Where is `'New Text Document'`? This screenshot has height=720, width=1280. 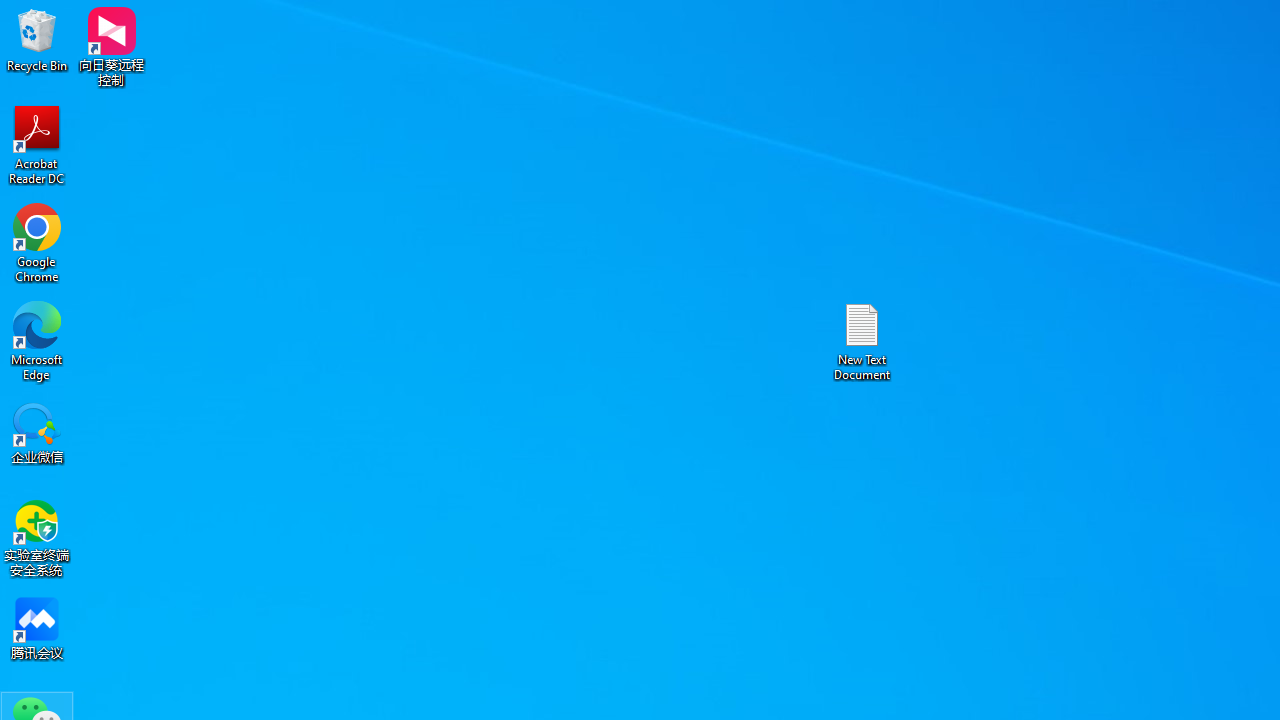
'New Text Document' is located at coordinates (862, 340).